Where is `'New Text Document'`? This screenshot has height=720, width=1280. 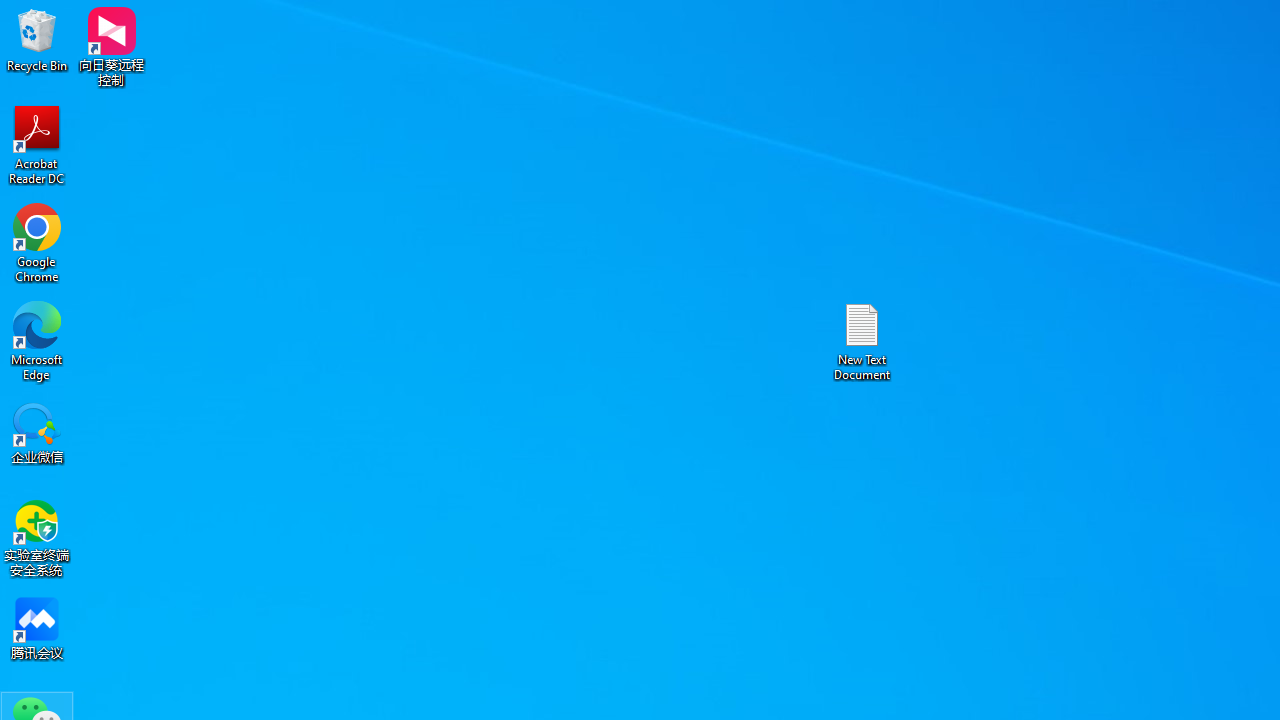
'New Text Document' is located at coordinates (862, 340).